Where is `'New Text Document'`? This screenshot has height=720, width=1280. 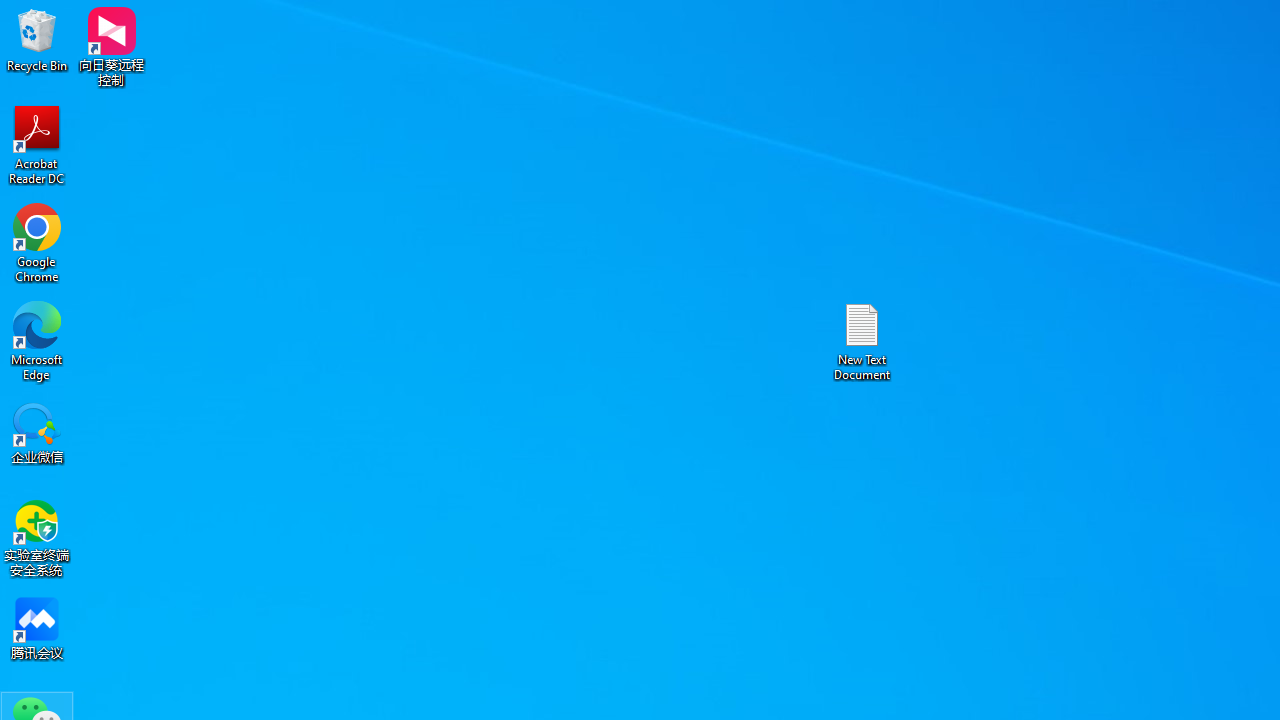
'New Text Document' is located at coordinates (862, 340).